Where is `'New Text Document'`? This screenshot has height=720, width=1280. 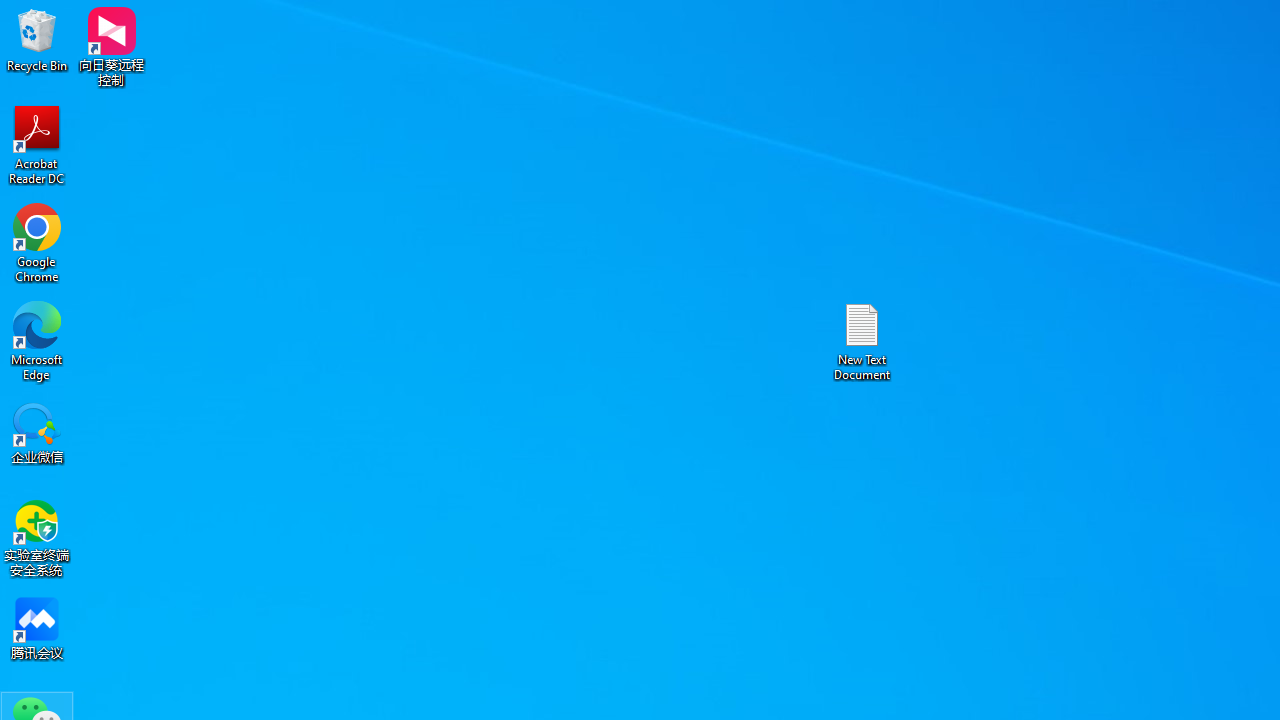
'New Text Document' is located at coordinates (862, 340).